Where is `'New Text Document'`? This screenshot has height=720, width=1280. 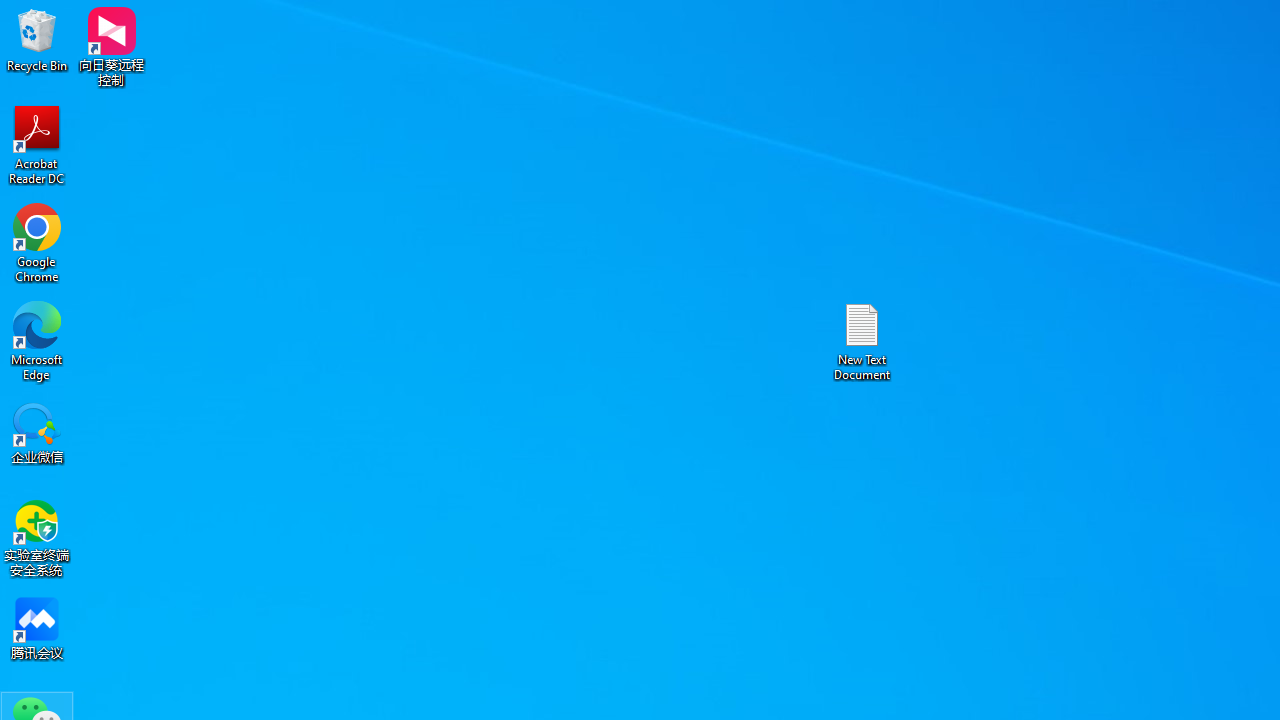
'New Text Document' is located at coordinates (862, 340).